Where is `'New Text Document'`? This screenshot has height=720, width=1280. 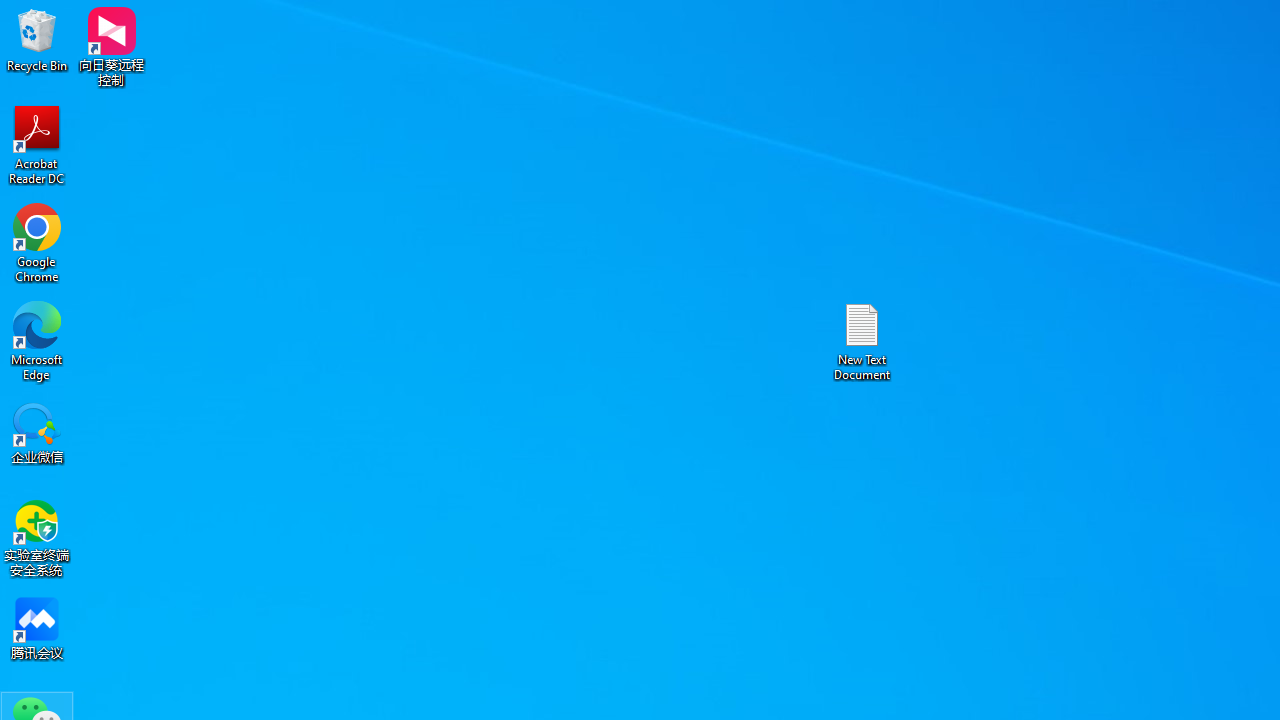
'New Text Document' is located at coordinates (862, 340).